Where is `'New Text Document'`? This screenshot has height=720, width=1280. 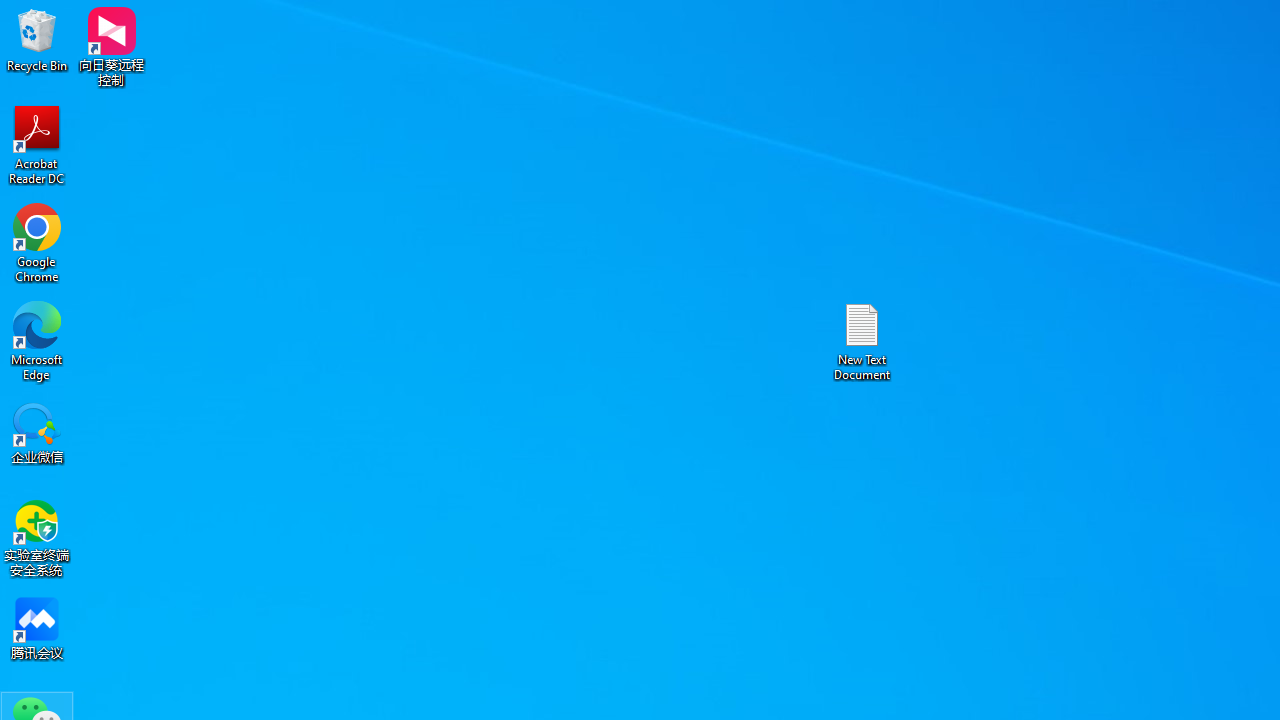
'New Text Document' is located at coordinates (862, 340).